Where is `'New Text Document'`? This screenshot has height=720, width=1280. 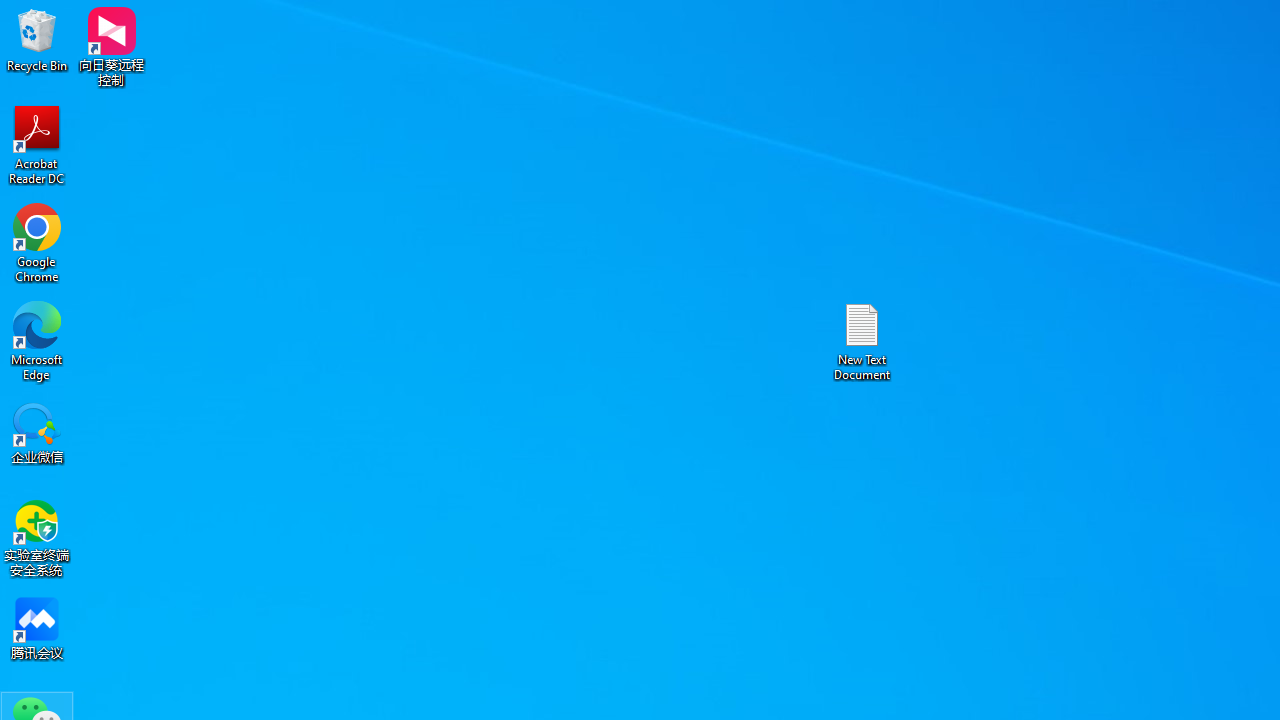
'New Text Document' is located at coordinates (862, 340).